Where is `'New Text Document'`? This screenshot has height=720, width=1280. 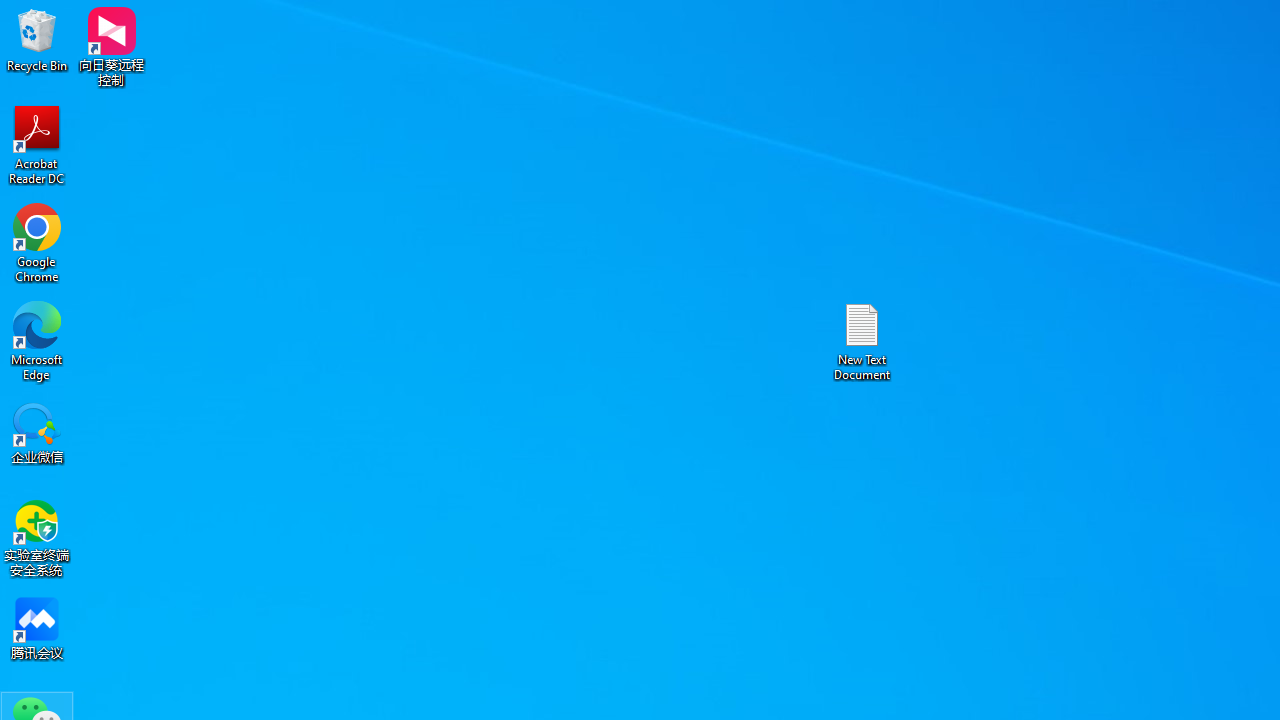
'New Text Document' is located at coordinates (862, 340).